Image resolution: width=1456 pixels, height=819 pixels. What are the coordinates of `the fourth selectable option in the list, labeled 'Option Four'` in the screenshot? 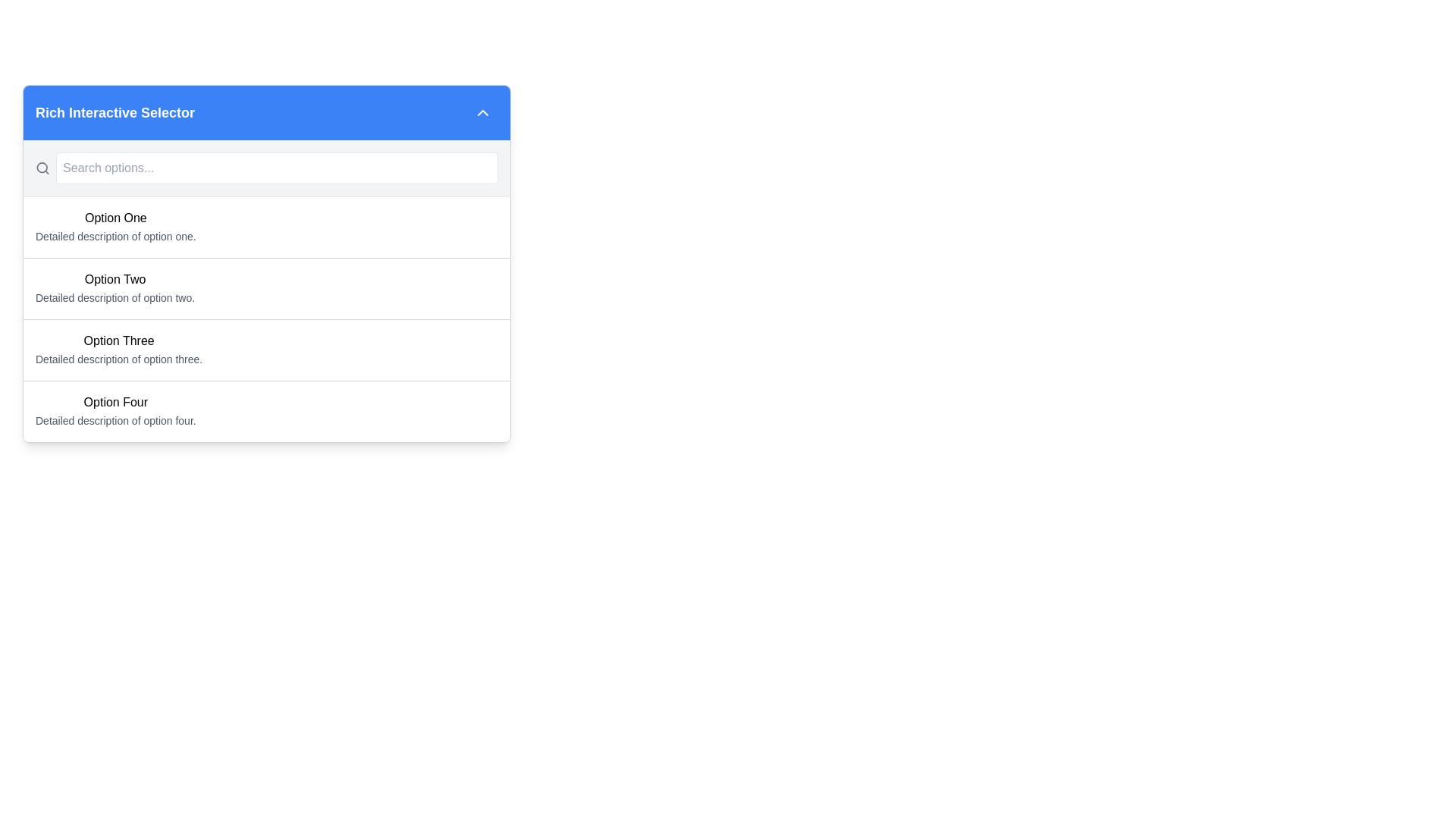 It's located at (115, 412).